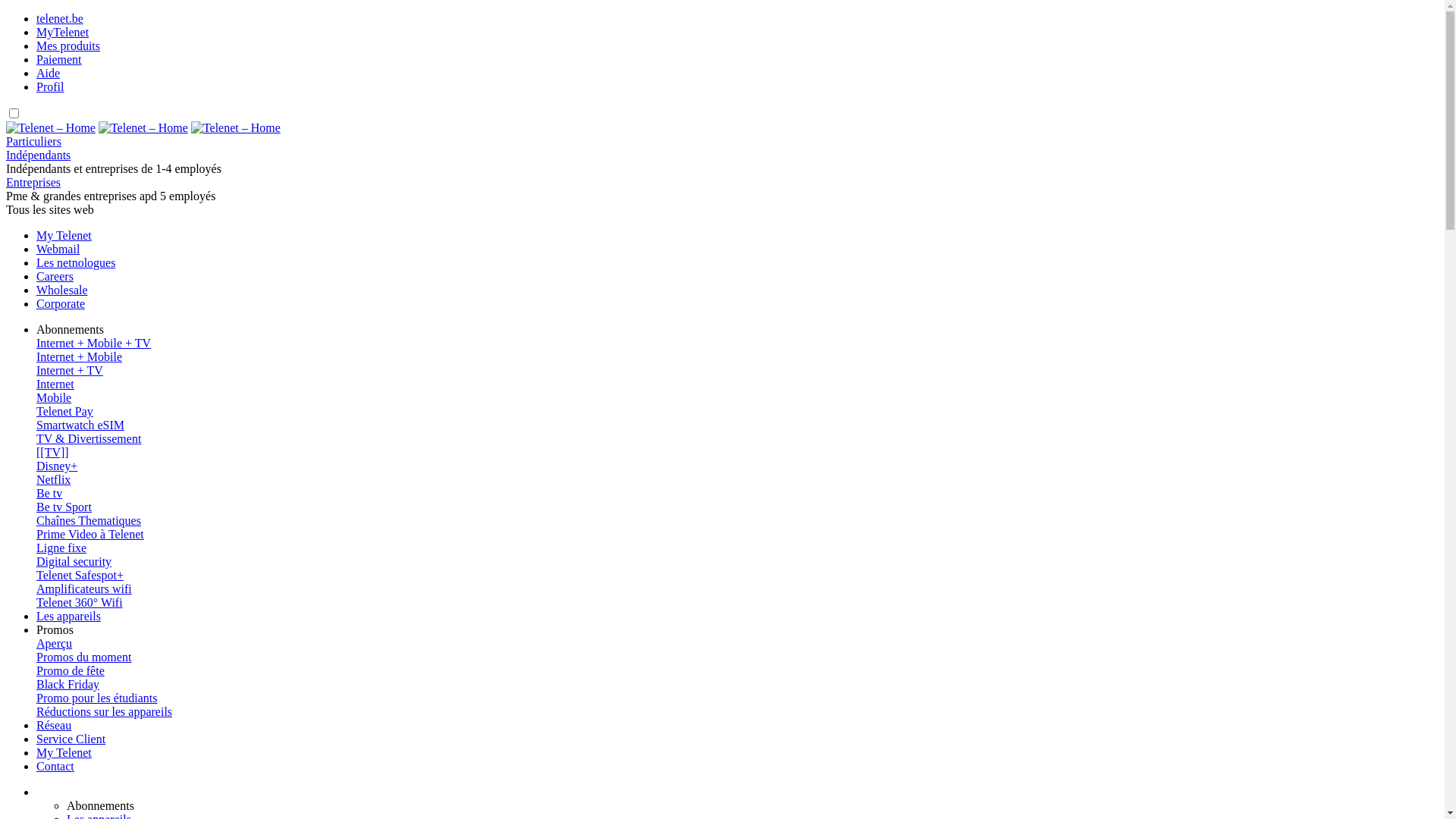  What do you see at coordinates (55, 276) in the screenshot?
I see `'Careers'` at bounding box center [55, 276].